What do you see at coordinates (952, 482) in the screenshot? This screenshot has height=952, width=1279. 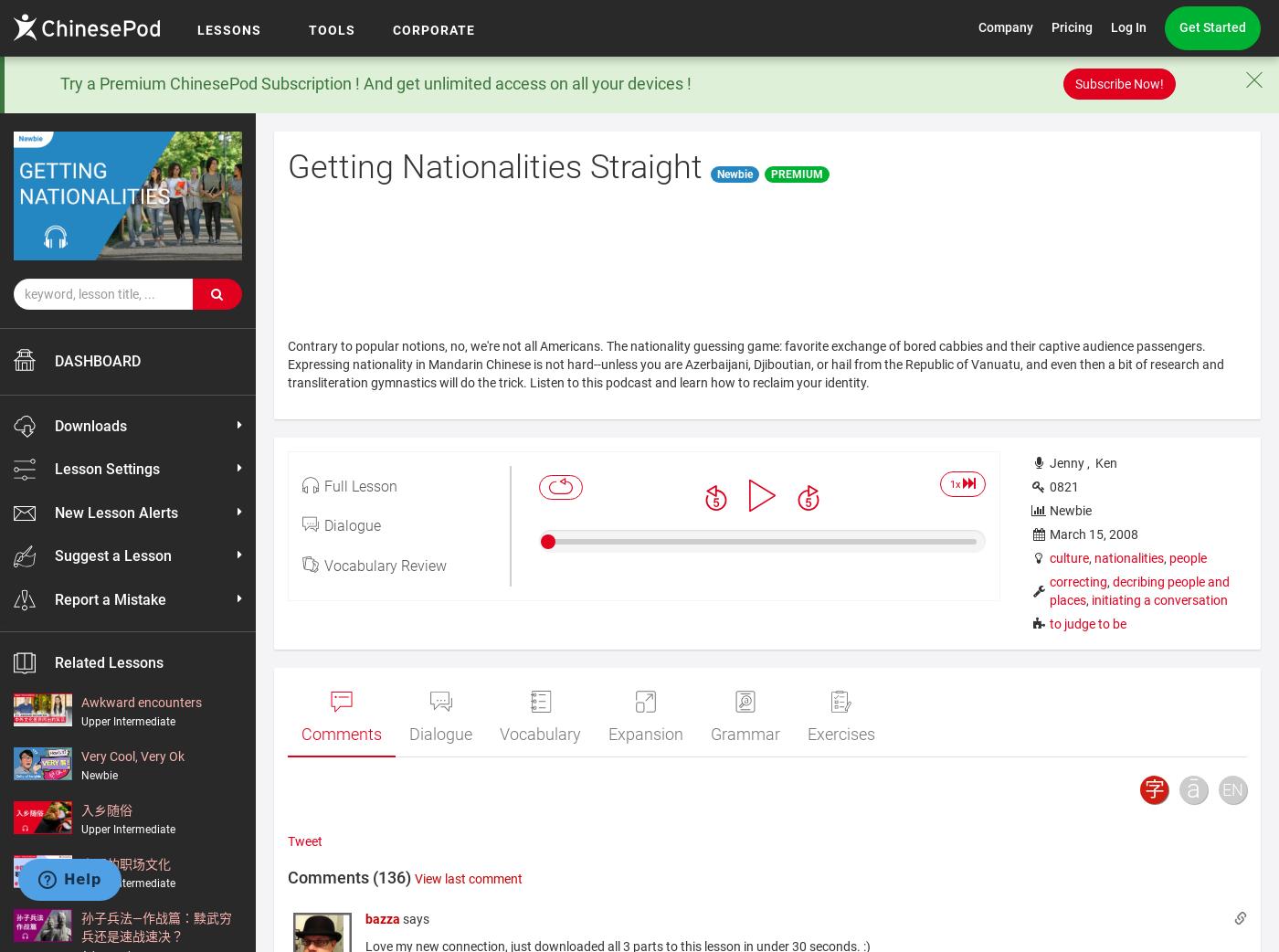 I see `'1'` at bounding box center [952, 482].